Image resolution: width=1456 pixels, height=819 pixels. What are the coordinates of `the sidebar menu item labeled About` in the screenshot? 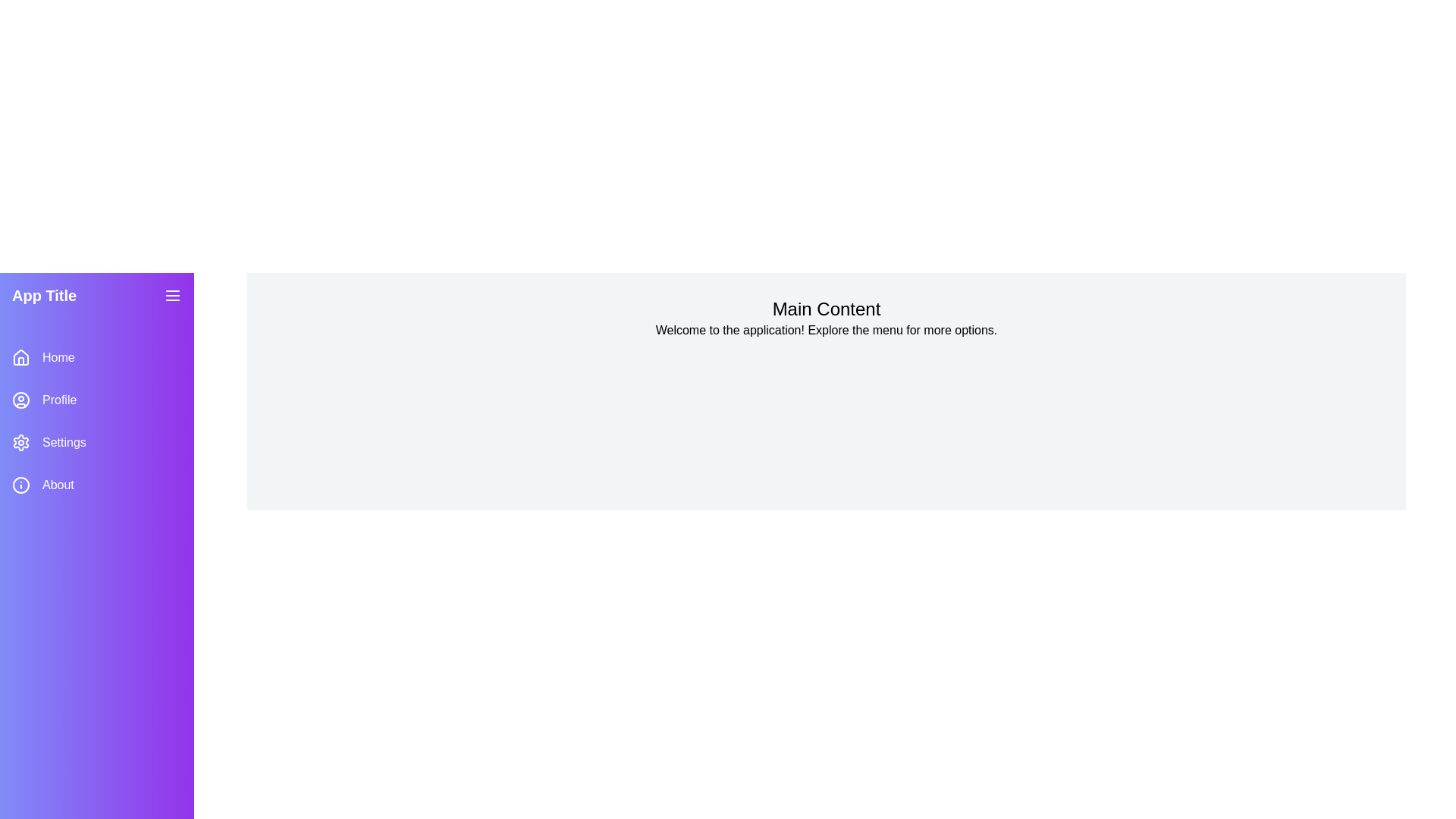 It's located at (96, 485).